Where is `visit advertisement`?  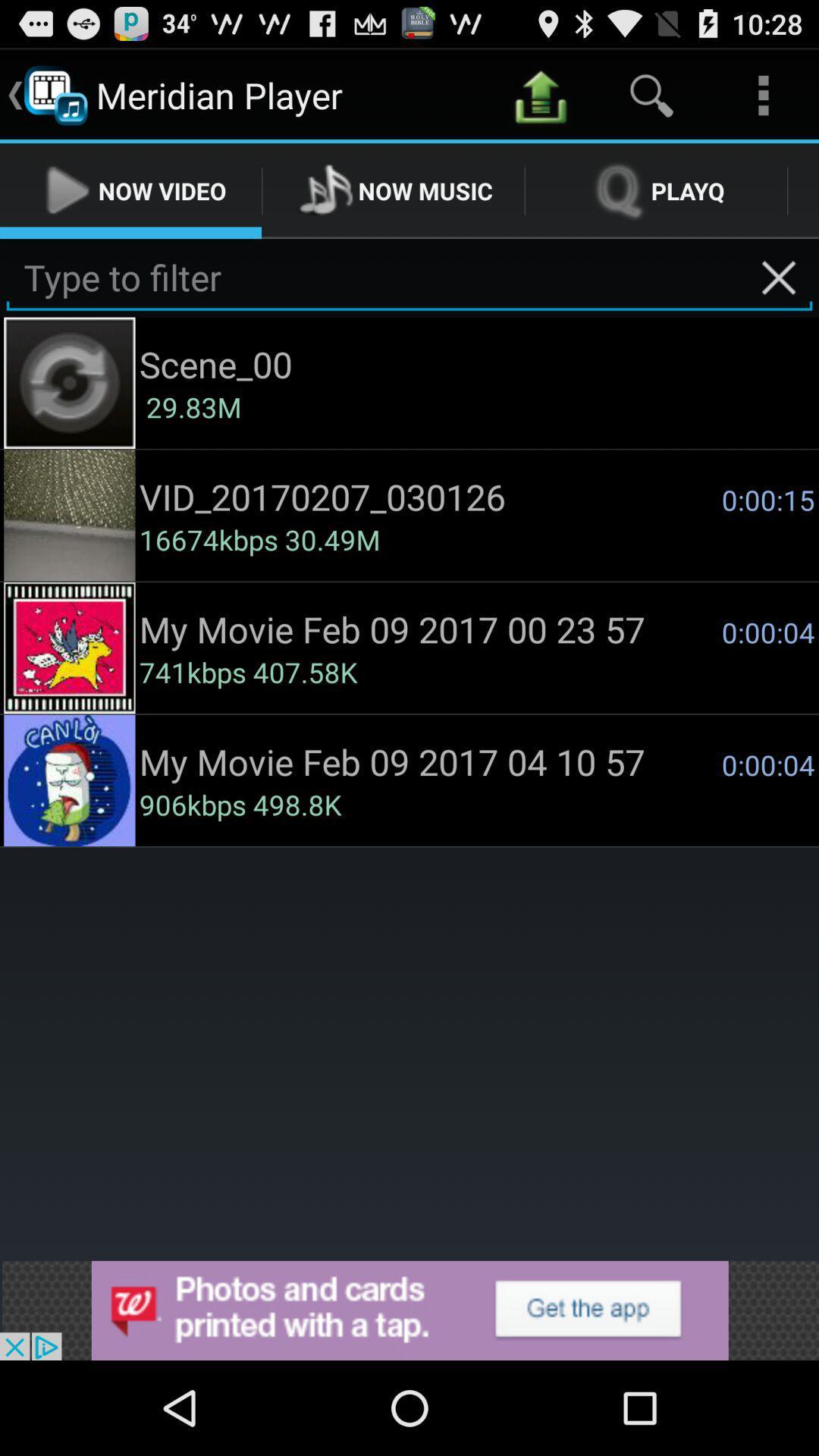 visit advertisement is located at coordinates (409, 1310).